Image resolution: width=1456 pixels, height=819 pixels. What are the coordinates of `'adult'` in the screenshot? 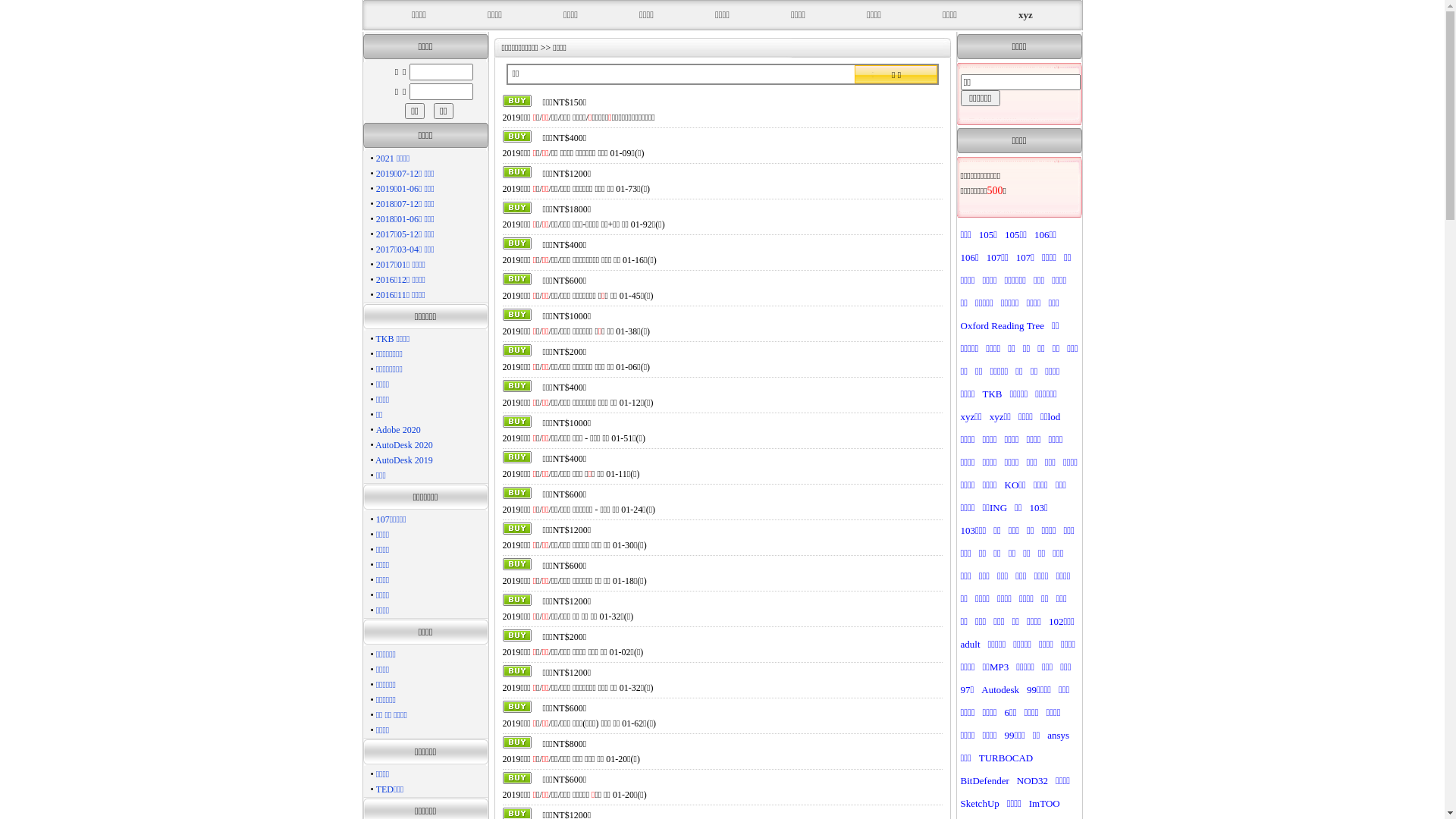 It's located at (968, 644).